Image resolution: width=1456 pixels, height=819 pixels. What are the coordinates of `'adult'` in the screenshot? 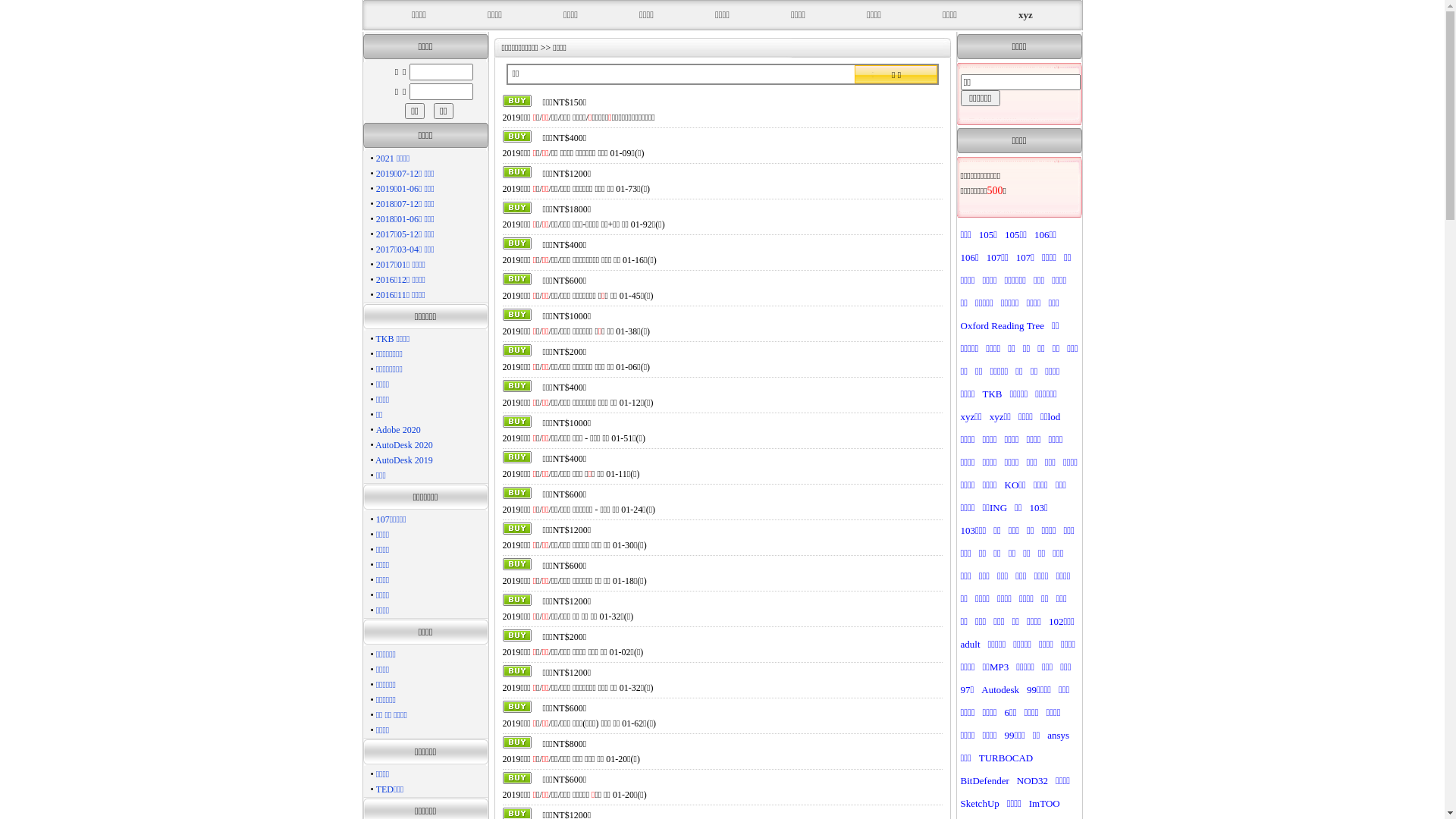 It's located at (968, 644).